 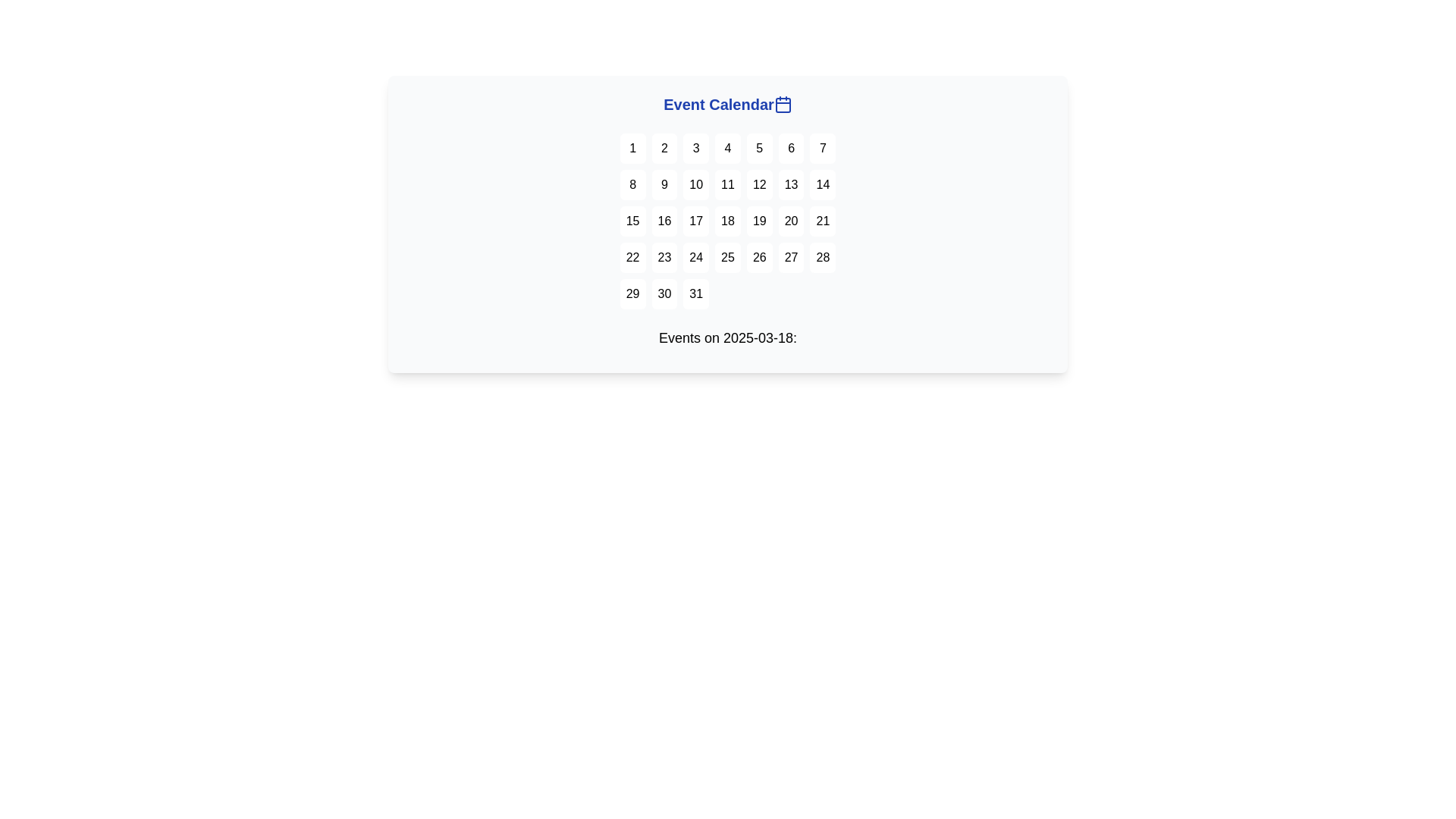 What do you see at coordinates (822, 149) in the screenshot?
I see `the selectable date button representing the 7th day of the month in the calendar interface to change its background color` at bounding box center [822, 149].